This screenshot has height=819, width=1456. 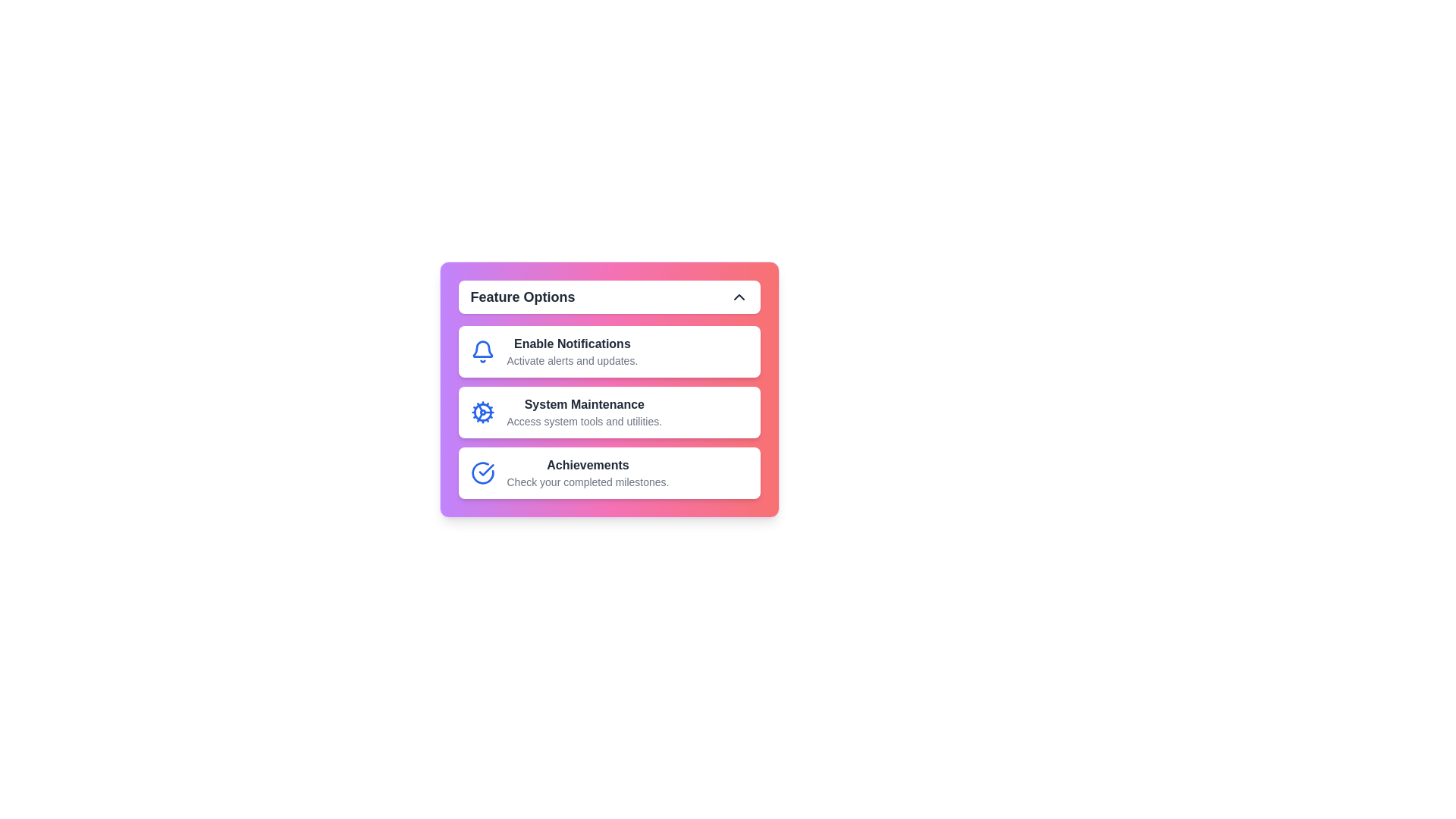 I want to click on the menu item Achievements to view its hover effects, so click(x=609, y=472).